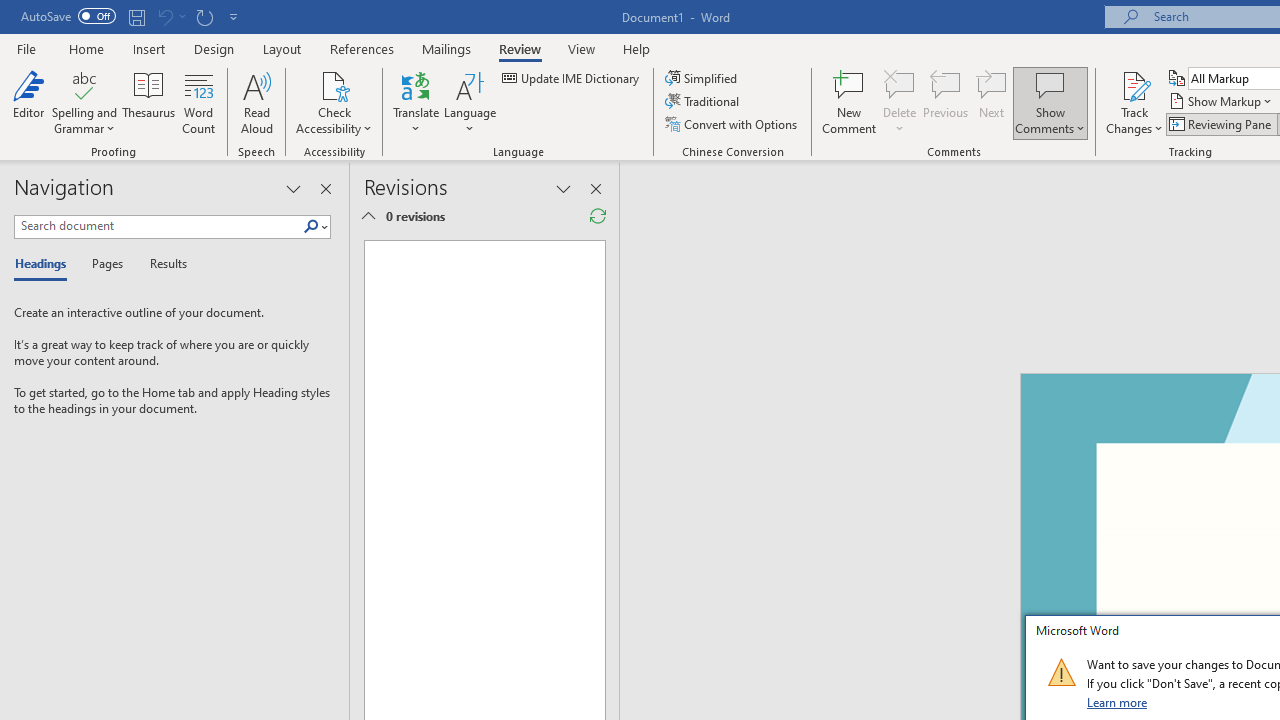  Describe the element at coordinates (992, 103) in the screenshot. I see `'Next'` at that location.